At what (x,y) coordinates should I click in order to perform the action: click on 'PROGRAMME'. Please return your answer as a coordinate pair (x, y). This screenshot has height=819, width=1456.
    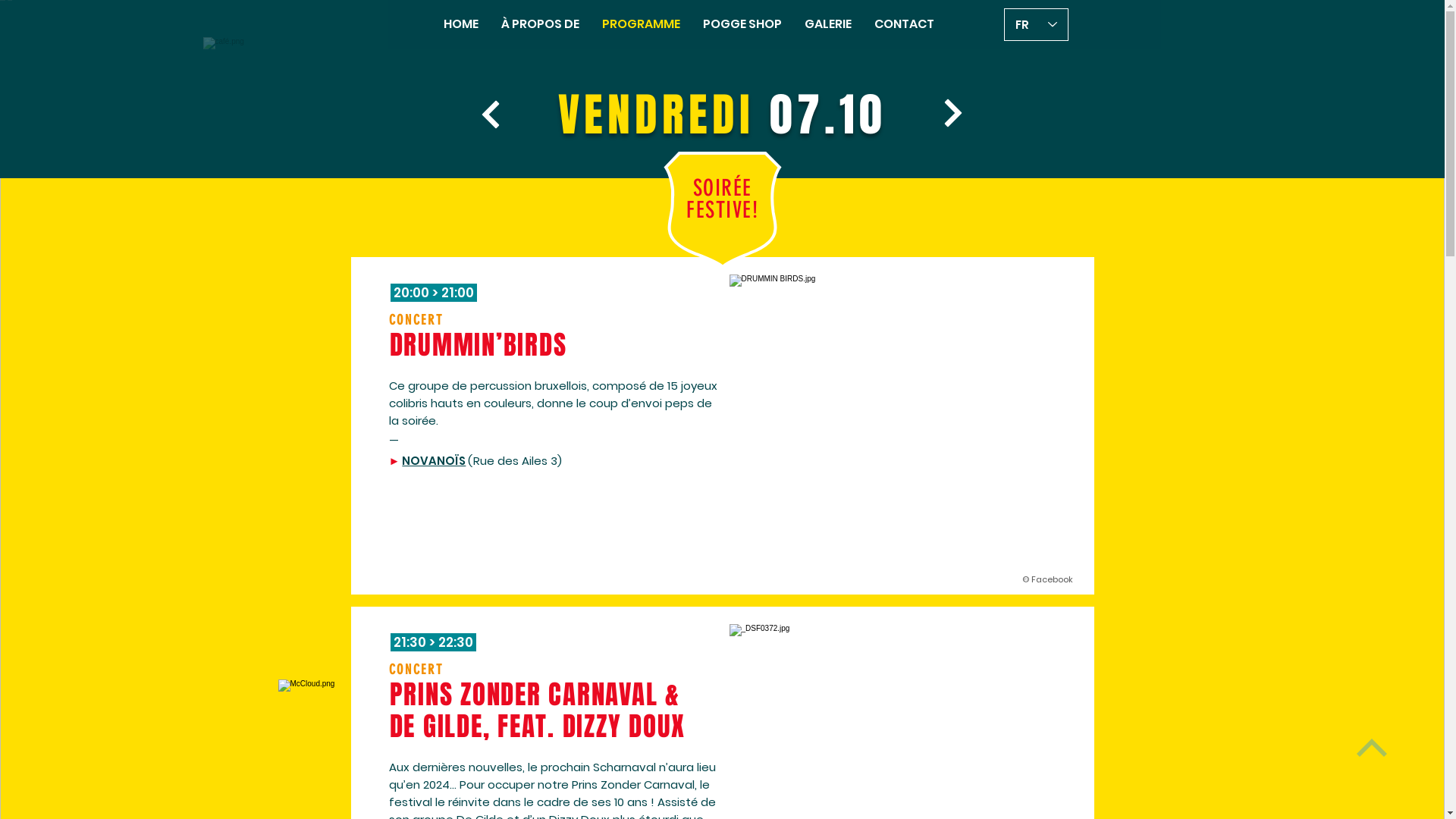
    Looking at the image, I should click on (641, 24).